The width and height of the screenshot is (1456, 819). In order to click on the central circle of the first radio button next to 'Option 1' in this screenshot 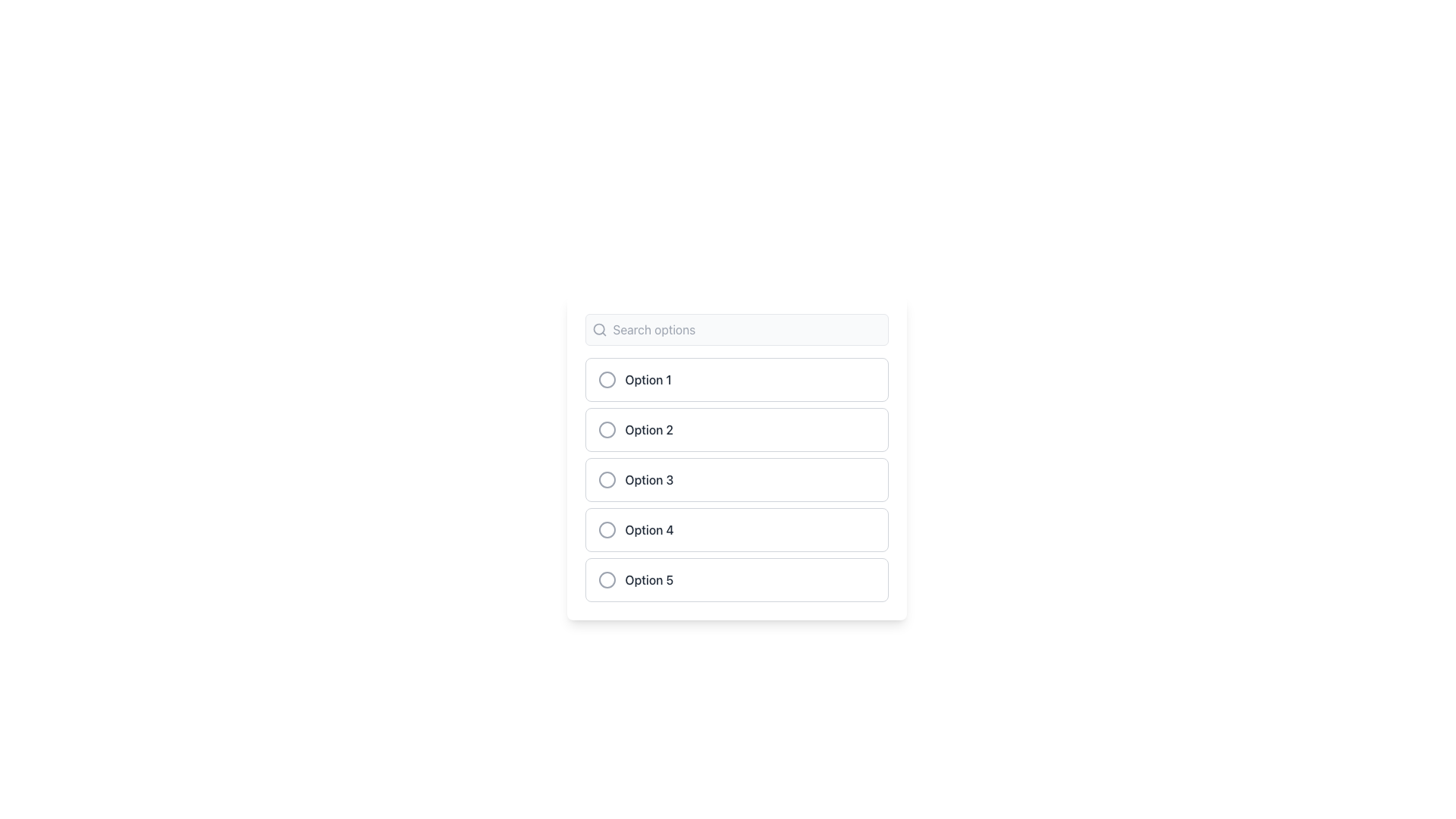, I will do `click(607, 379)`.